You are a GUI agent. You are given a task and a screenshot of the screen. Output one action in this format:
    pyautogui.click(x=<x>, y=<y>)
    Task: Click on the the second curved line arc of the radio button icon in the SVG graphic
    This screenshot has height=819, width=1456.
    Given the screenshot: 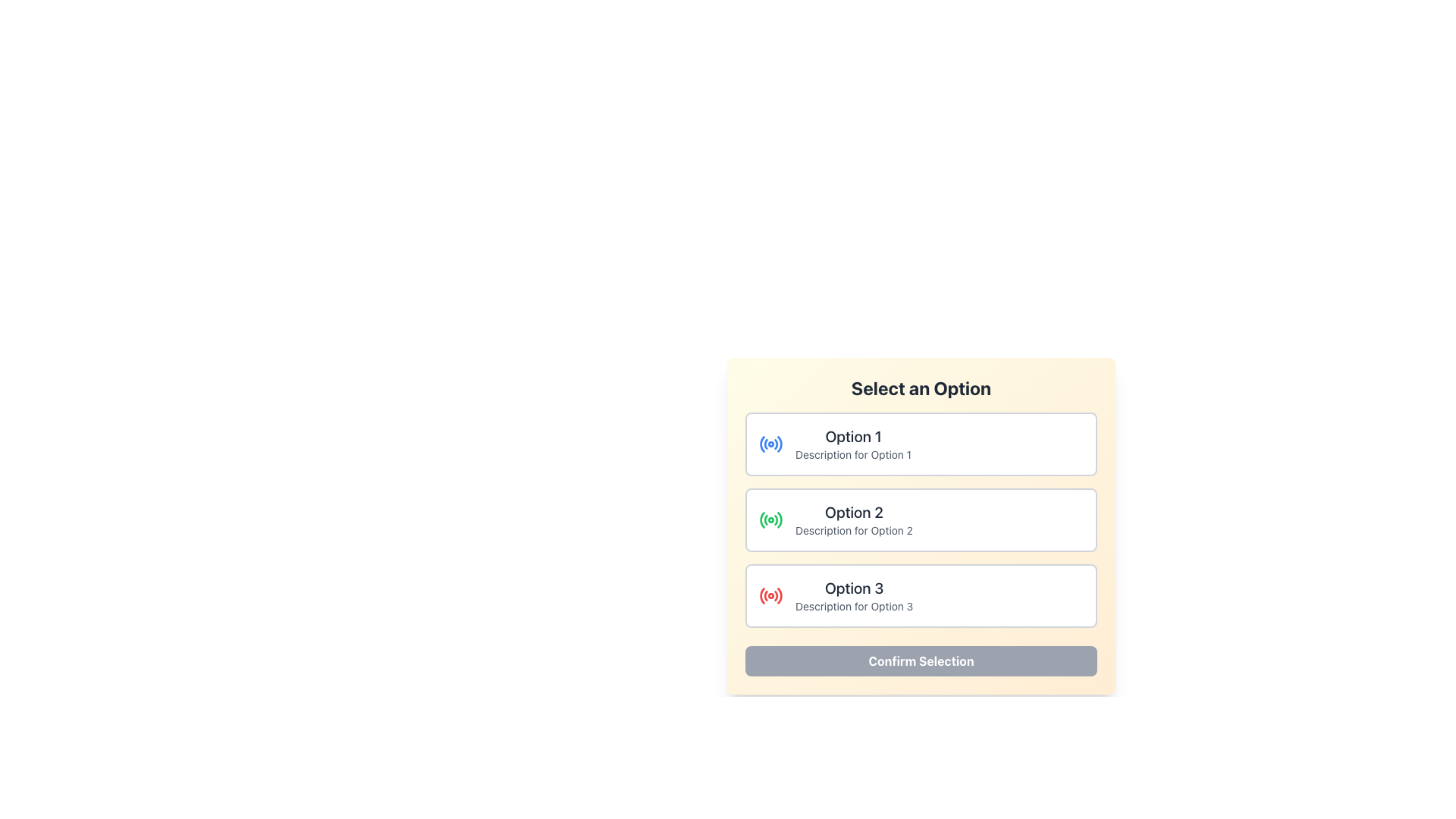 What is the action you would take?
    pyautogui.click(x=766, y=444)
    